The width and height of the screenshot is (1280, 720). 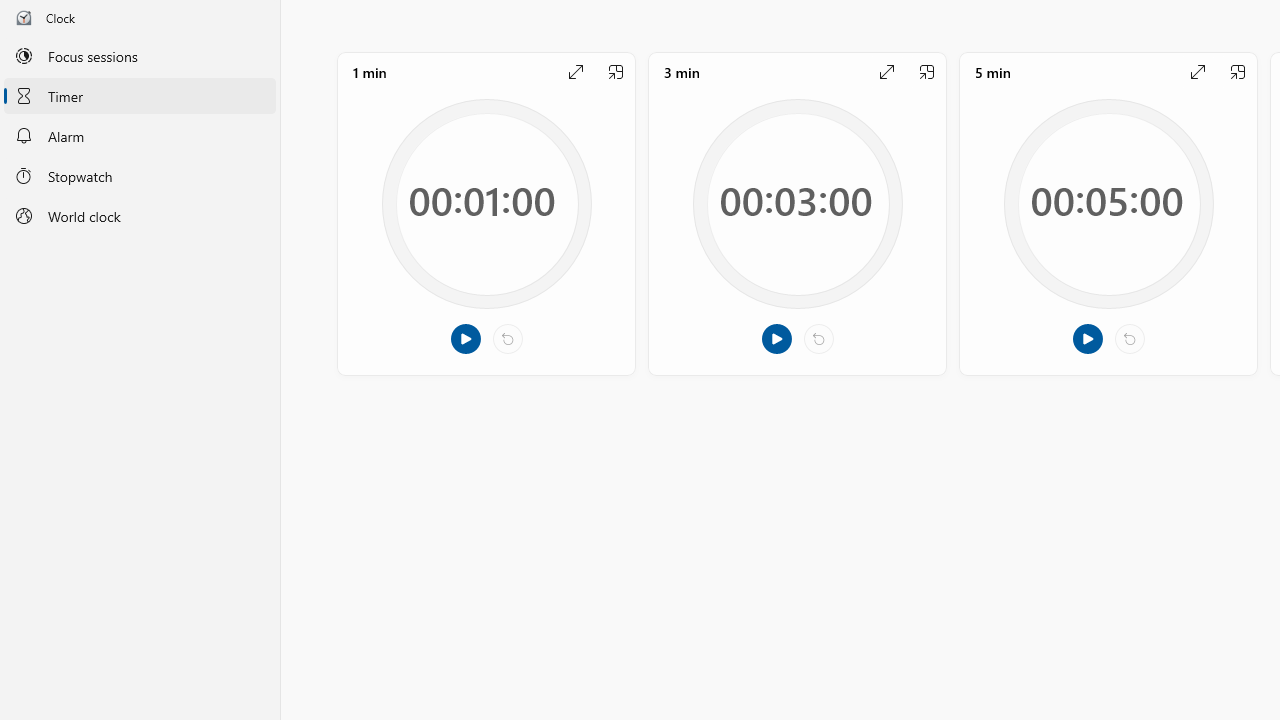 What do you see at coordinates (139, 135) in the screenshot?
I see `'Alarm'` at bounding box center [139, 135].